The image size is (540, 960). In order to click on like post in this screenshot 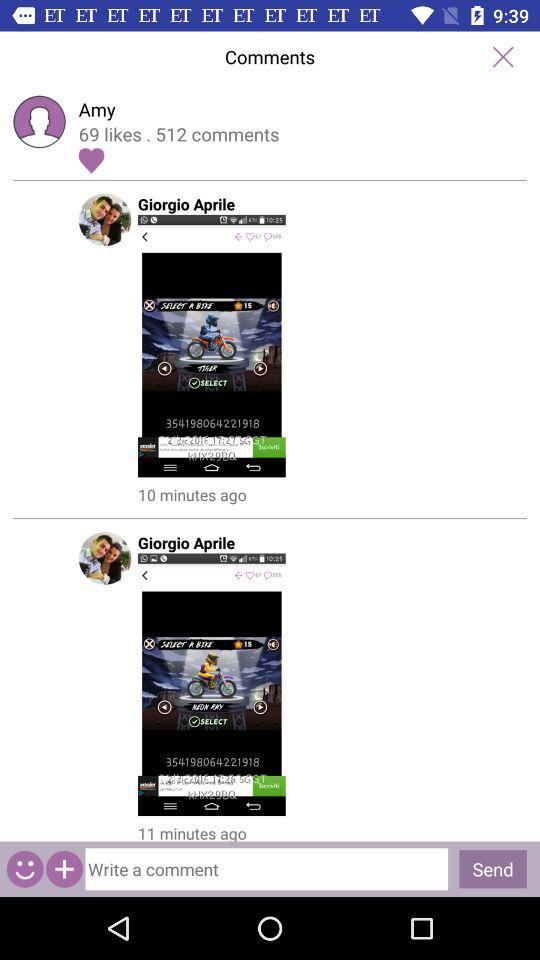, I will do `click(90, 159)`.